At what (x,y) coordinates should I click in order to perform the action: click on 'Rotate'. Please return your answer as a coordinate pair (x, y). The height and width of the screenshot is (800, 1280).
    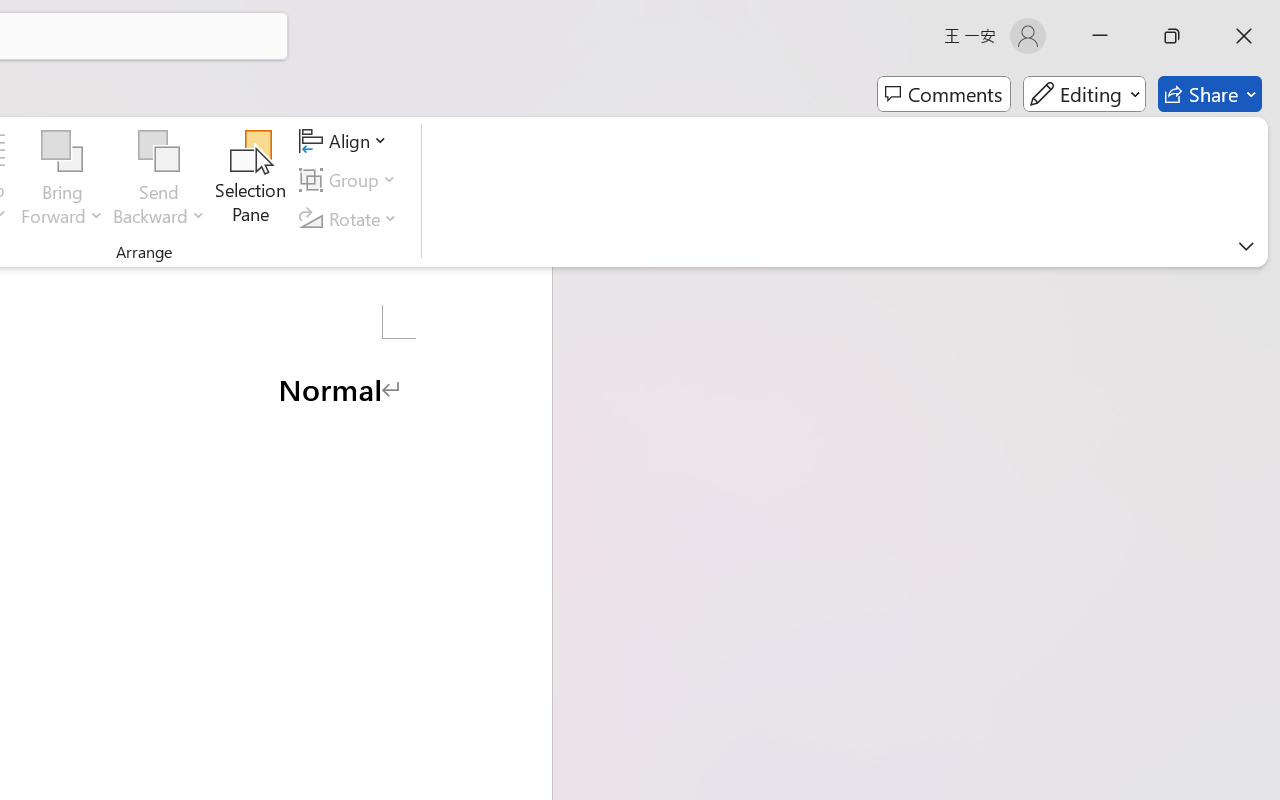
    Looking at the image, I should click on (351, 218).